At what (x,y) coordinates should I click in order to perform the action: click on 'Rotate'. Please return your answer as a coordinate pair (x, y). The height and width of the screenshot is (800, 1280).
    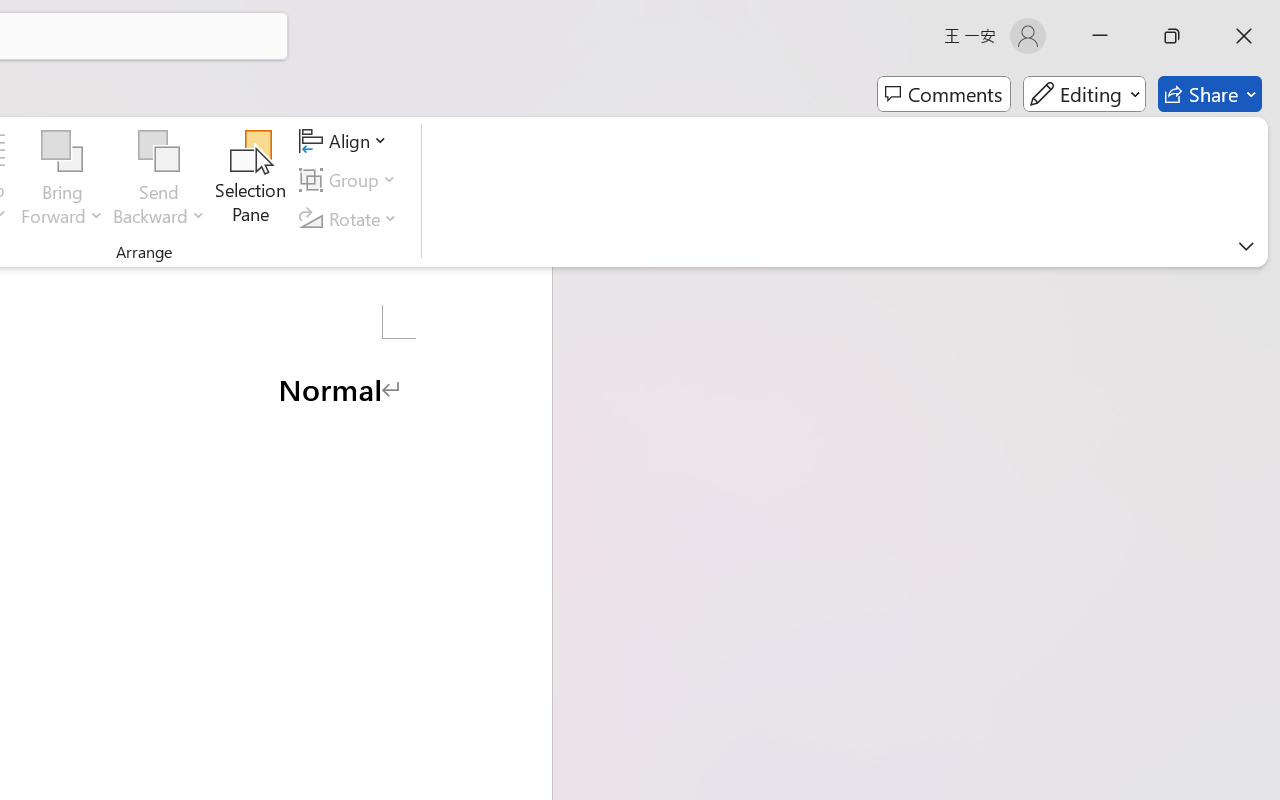
    Looking at the image, I should click on (351, 218).